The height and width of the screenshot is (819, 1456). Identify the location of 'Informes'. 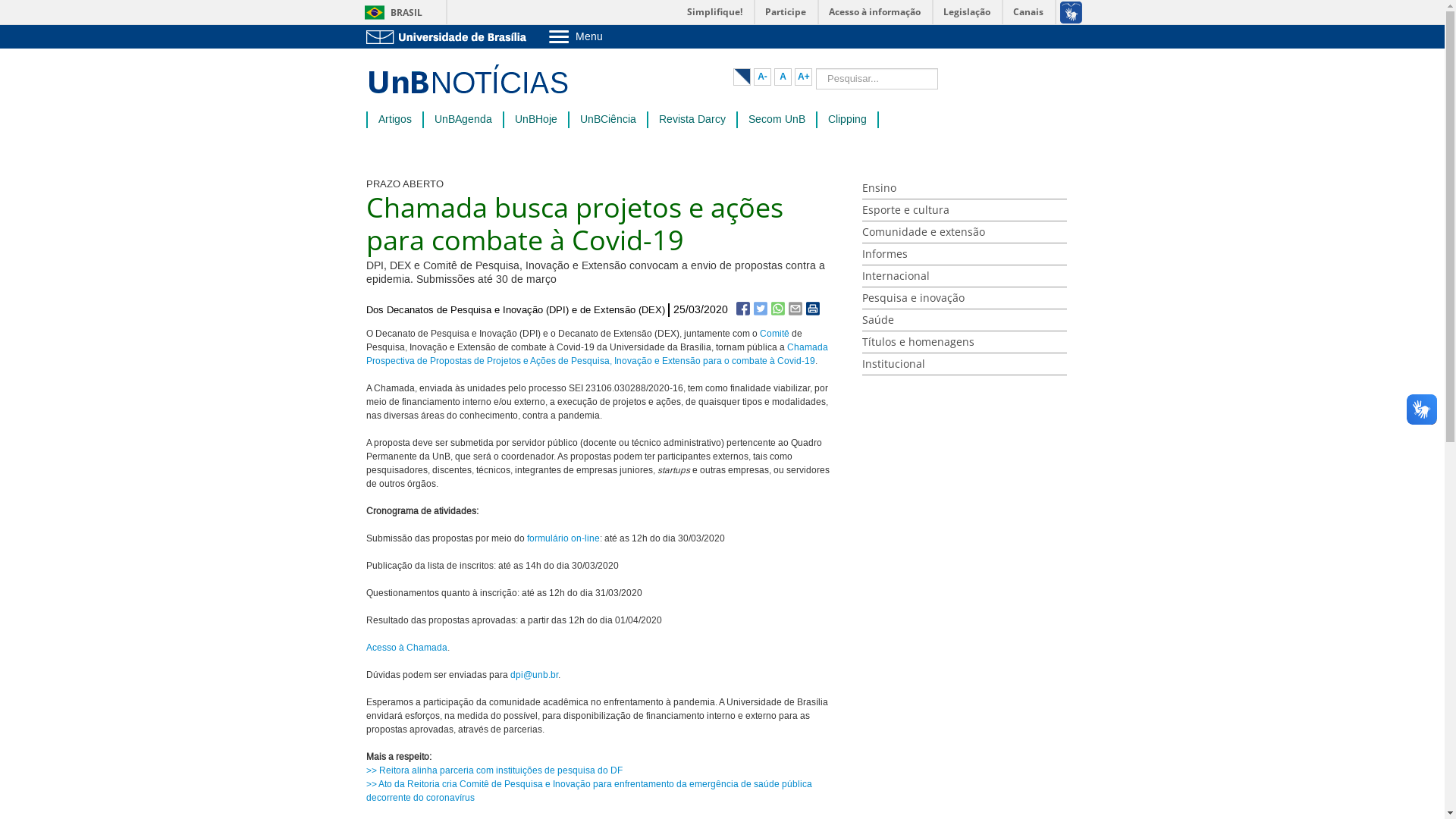
(964, 253).